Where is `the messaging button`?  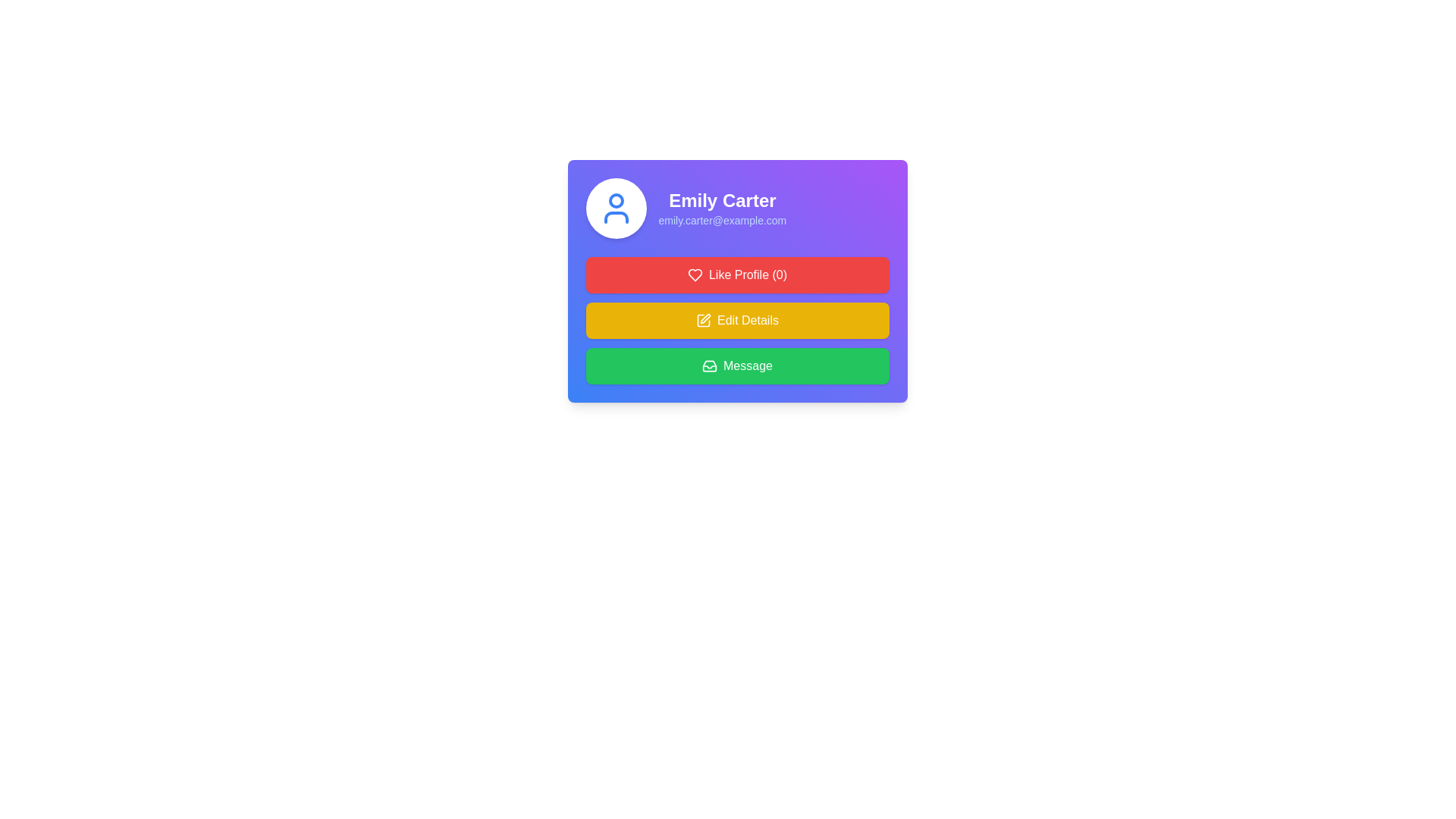 the messaging button is located at coordinates (737, 366).